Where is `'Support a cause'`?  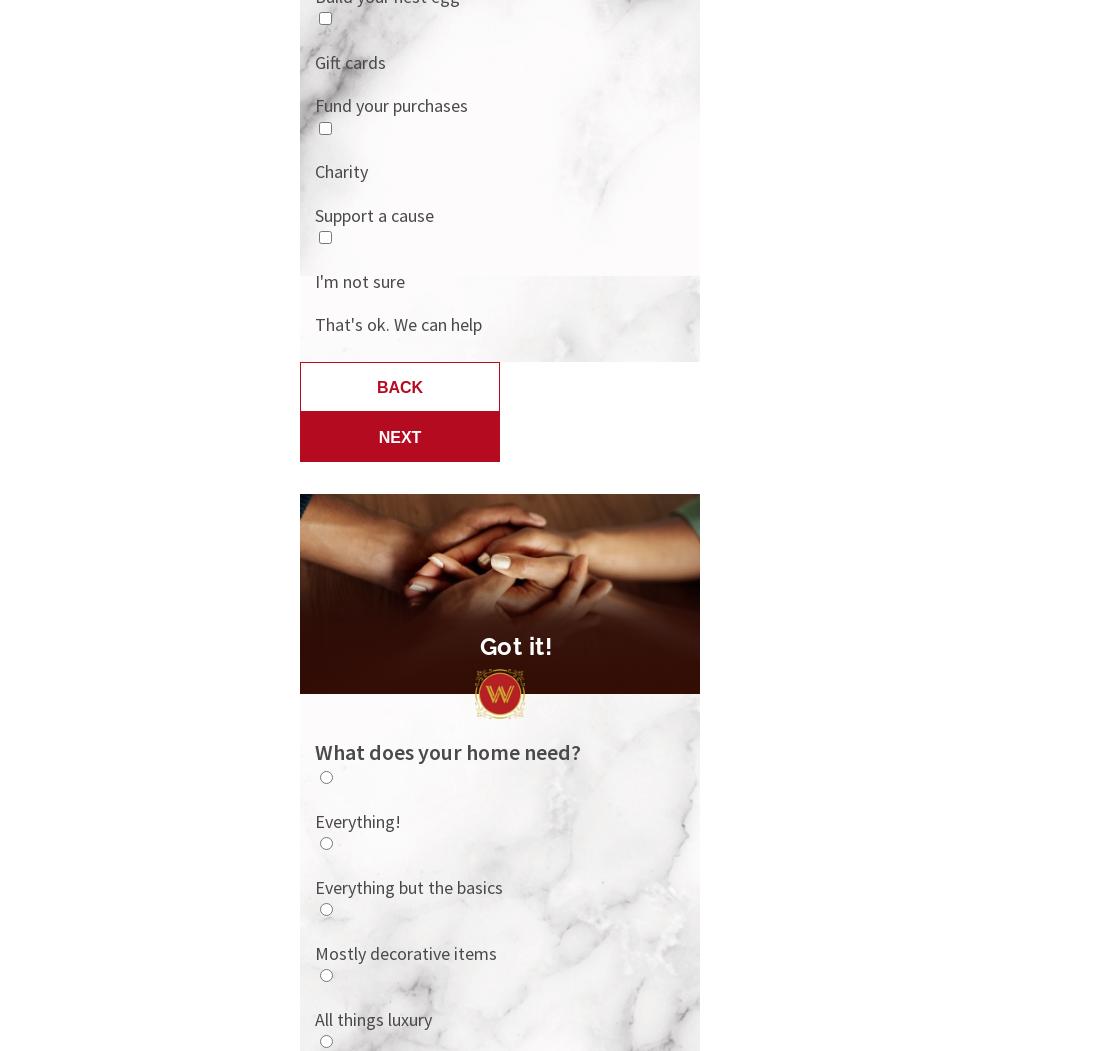
'Support a cause' is located at coordinates (374, 213).